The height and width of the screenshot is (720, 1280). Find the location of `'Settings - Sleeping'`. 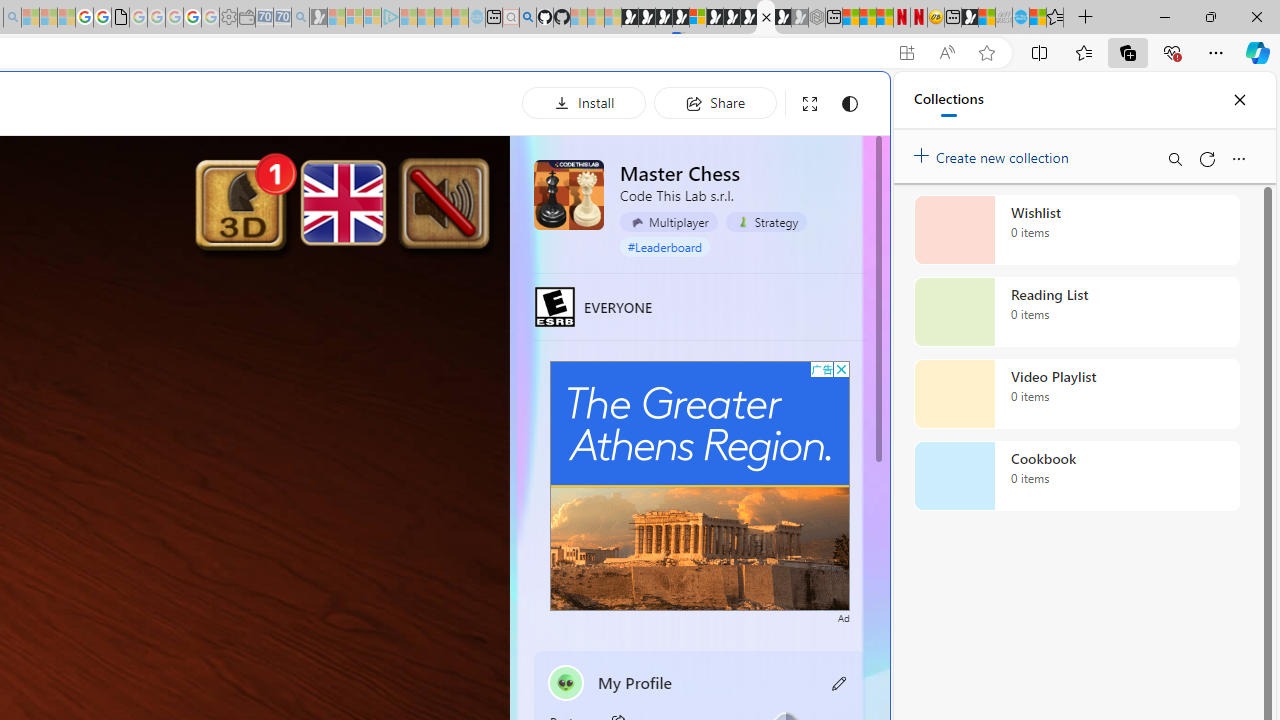

'Settings - Sleeping' is located at coordinates (228, 17).